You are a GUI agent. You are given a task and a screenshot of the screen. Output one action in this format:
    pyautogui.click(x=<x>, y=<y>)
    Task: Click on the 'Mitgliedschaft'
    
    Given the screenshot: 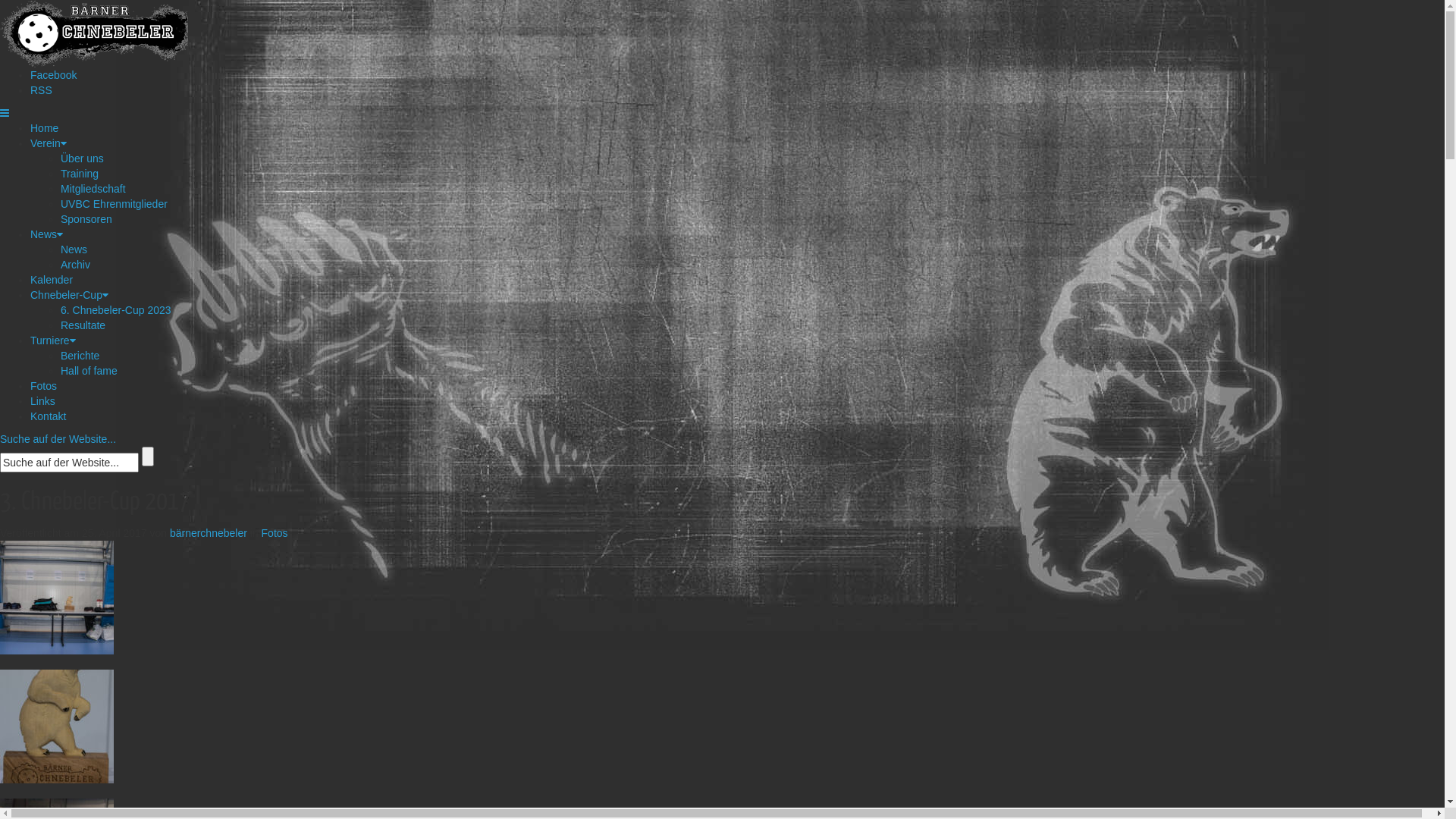 What is the action you would take?
    pyautogui.click(x=61, y=188)
    